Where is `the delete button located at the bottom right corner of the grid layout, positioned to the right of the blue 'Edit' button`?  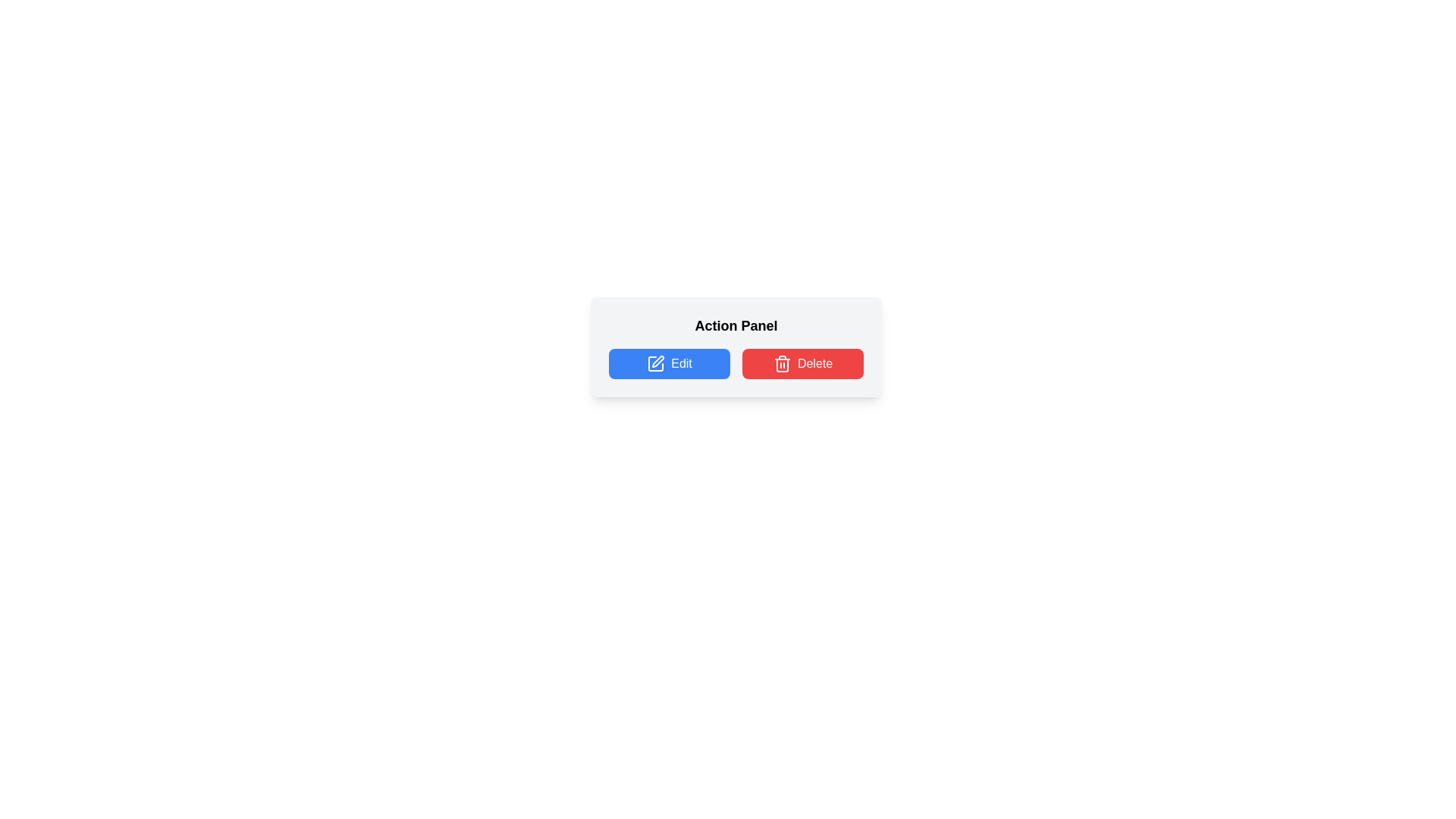
the delete button located at the bottom right corner of the grid layout, positioned to the right of the blue 'Edit' button is located at coordinates (802, 363).